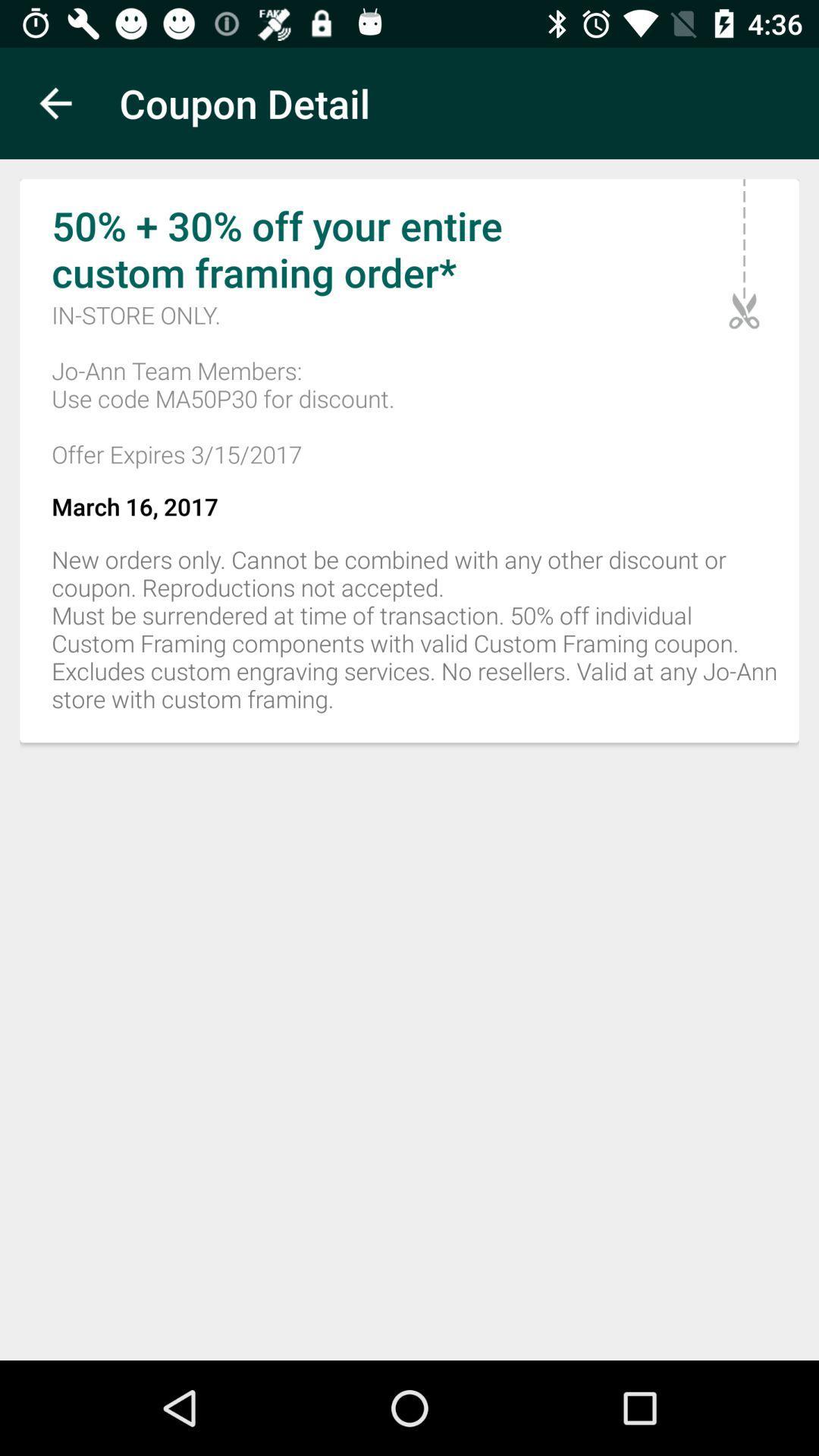 The height and width of the screenshot is (1456, 819). I want to click on item below march 16, 2017 item, so click(409, 638).